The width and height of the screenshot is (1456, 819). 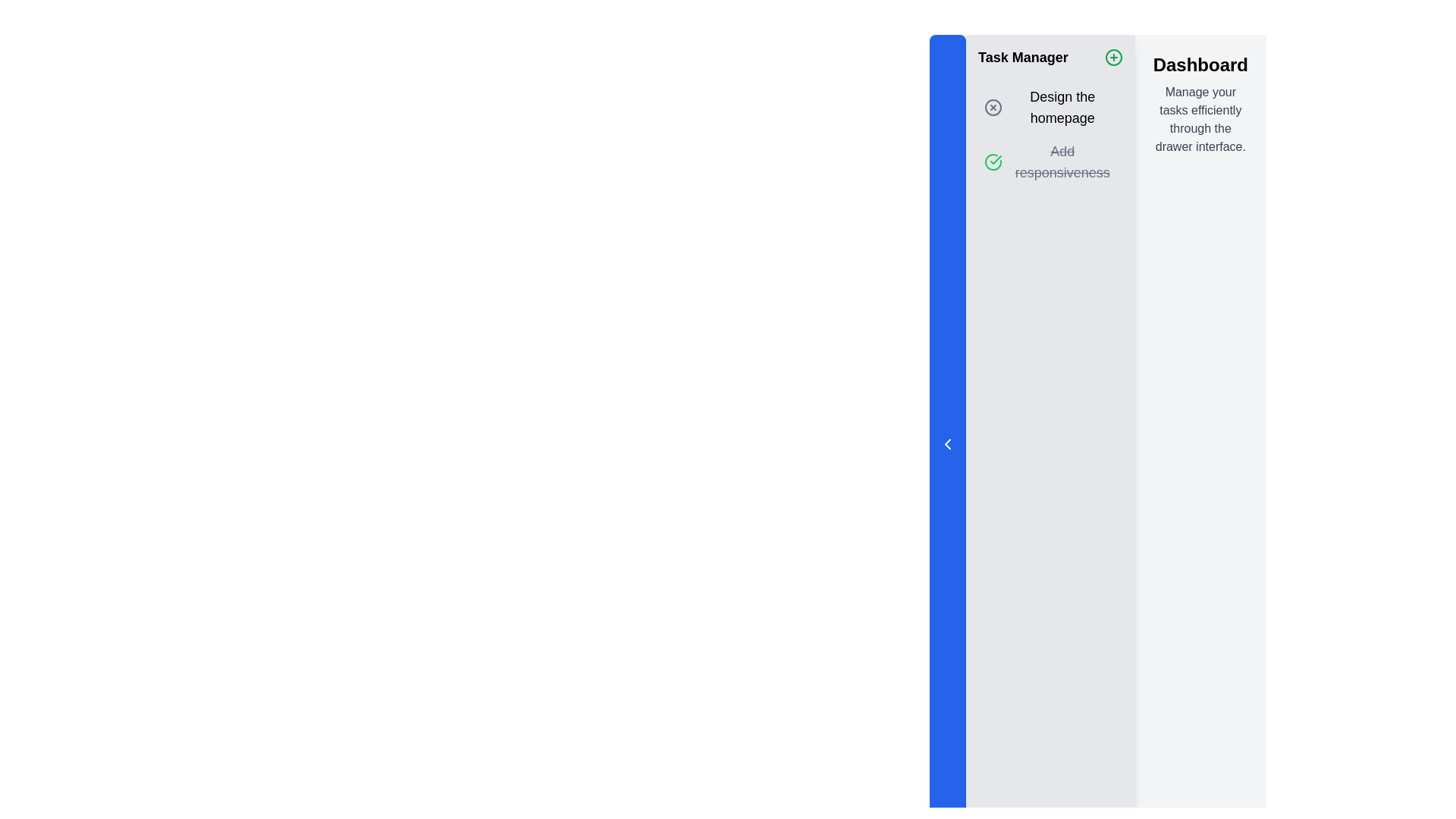 I want to click on the SVG graphic element which is a circle located near the top-right corner of the vertically stacked task list section, so click(x=1113, y=57).